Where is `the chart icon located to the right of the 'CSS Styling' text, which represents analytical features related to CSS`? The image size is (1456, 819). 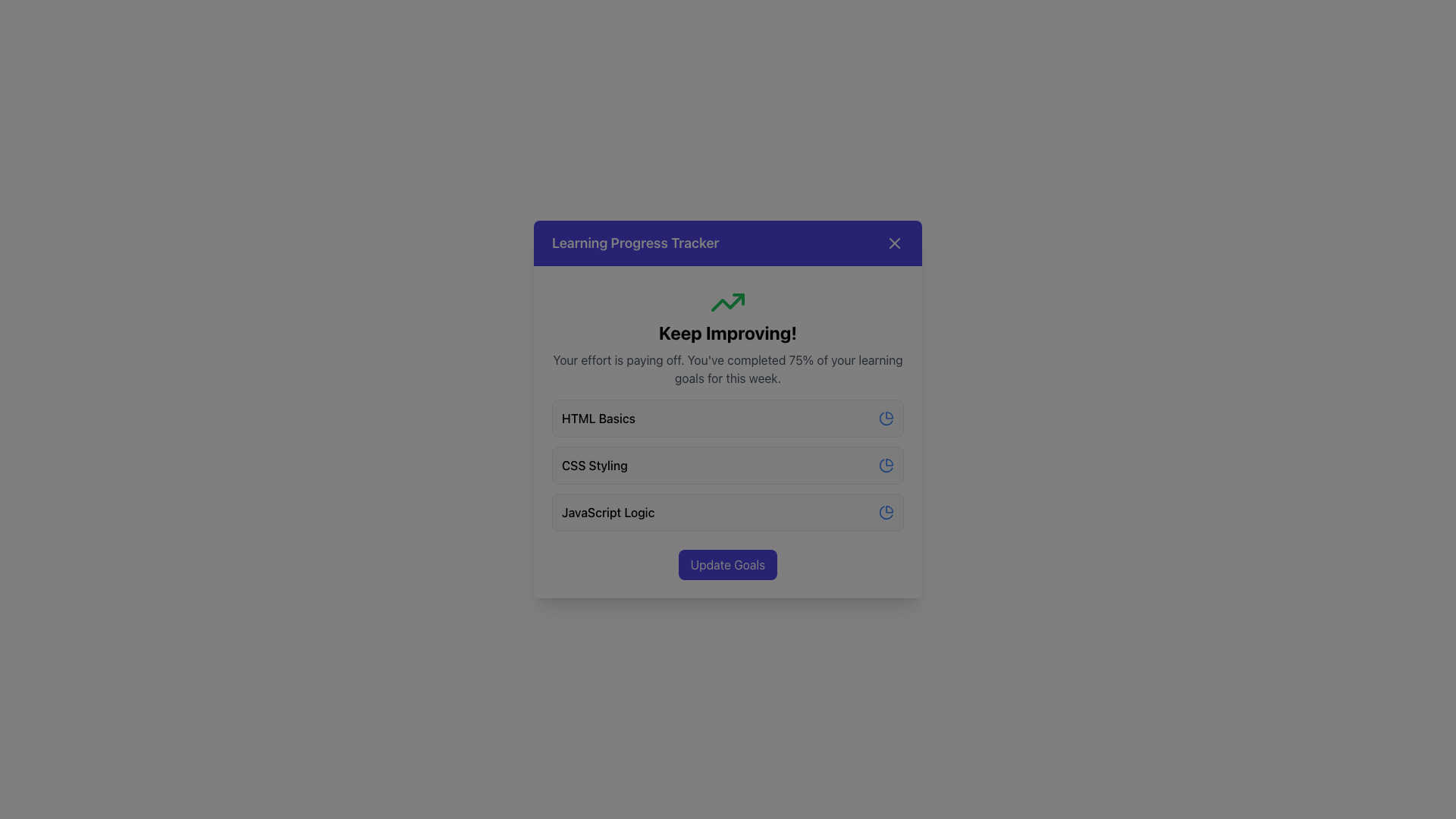 the chart icon located to the right of the 'CSS Styling' text, which represents analytical features related to CSS is located at coordinates (886, 464).